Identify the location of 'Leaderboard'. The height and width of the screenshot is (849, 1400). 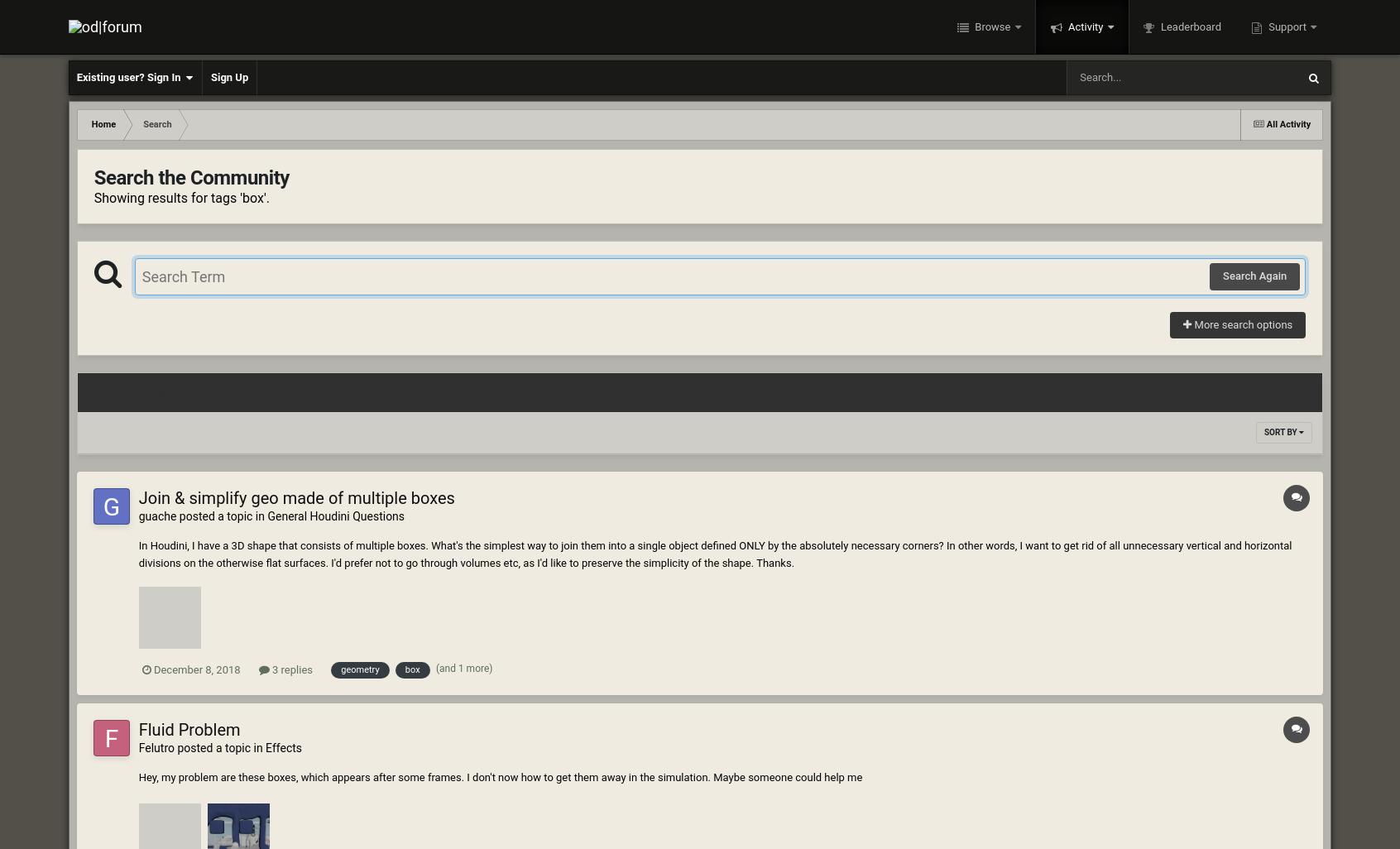
(1188, 26).